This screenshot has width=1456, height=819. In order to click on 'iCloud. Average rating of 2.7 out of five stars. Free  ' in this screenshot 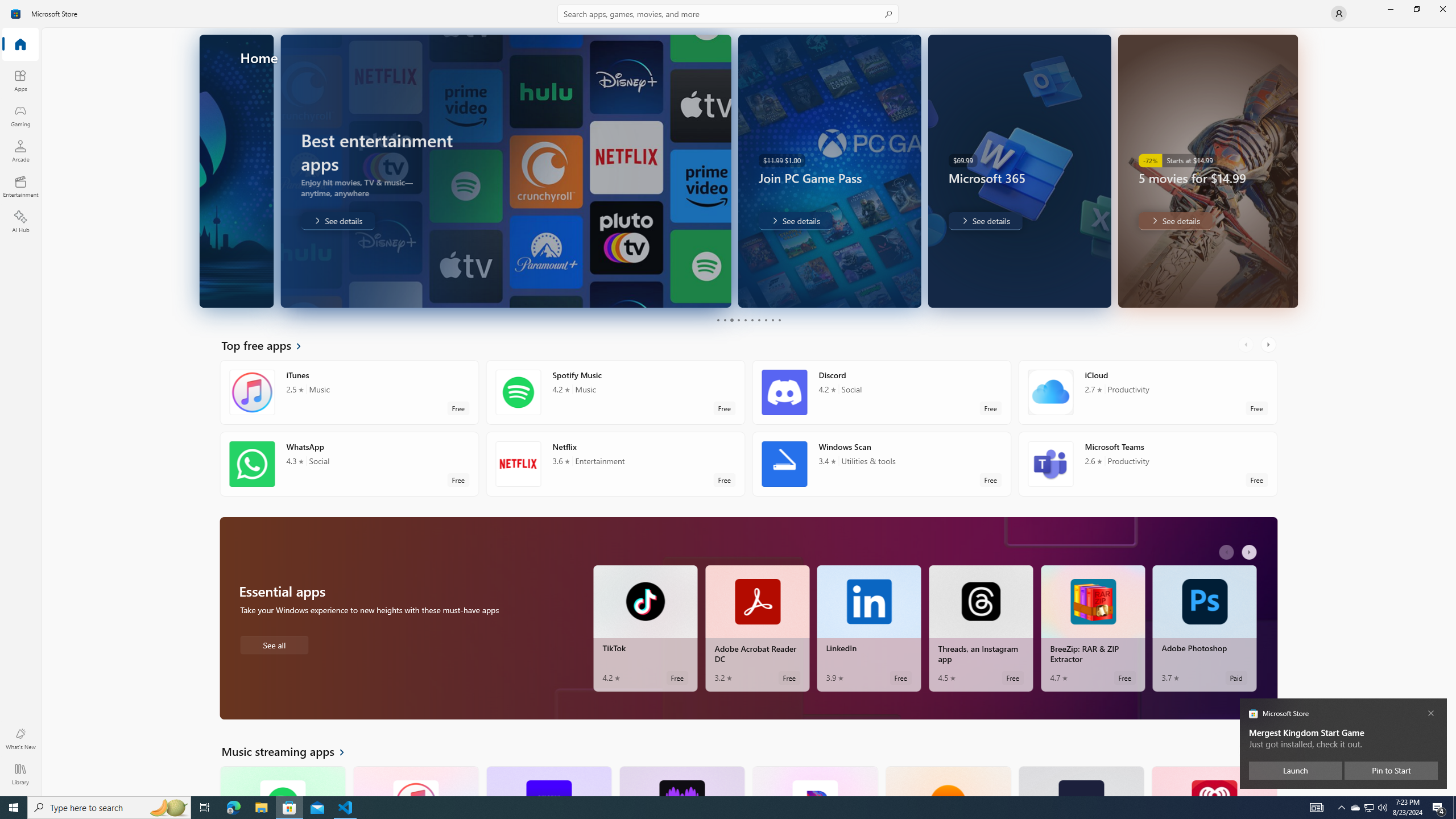, I will do `click(1147, 392)`.